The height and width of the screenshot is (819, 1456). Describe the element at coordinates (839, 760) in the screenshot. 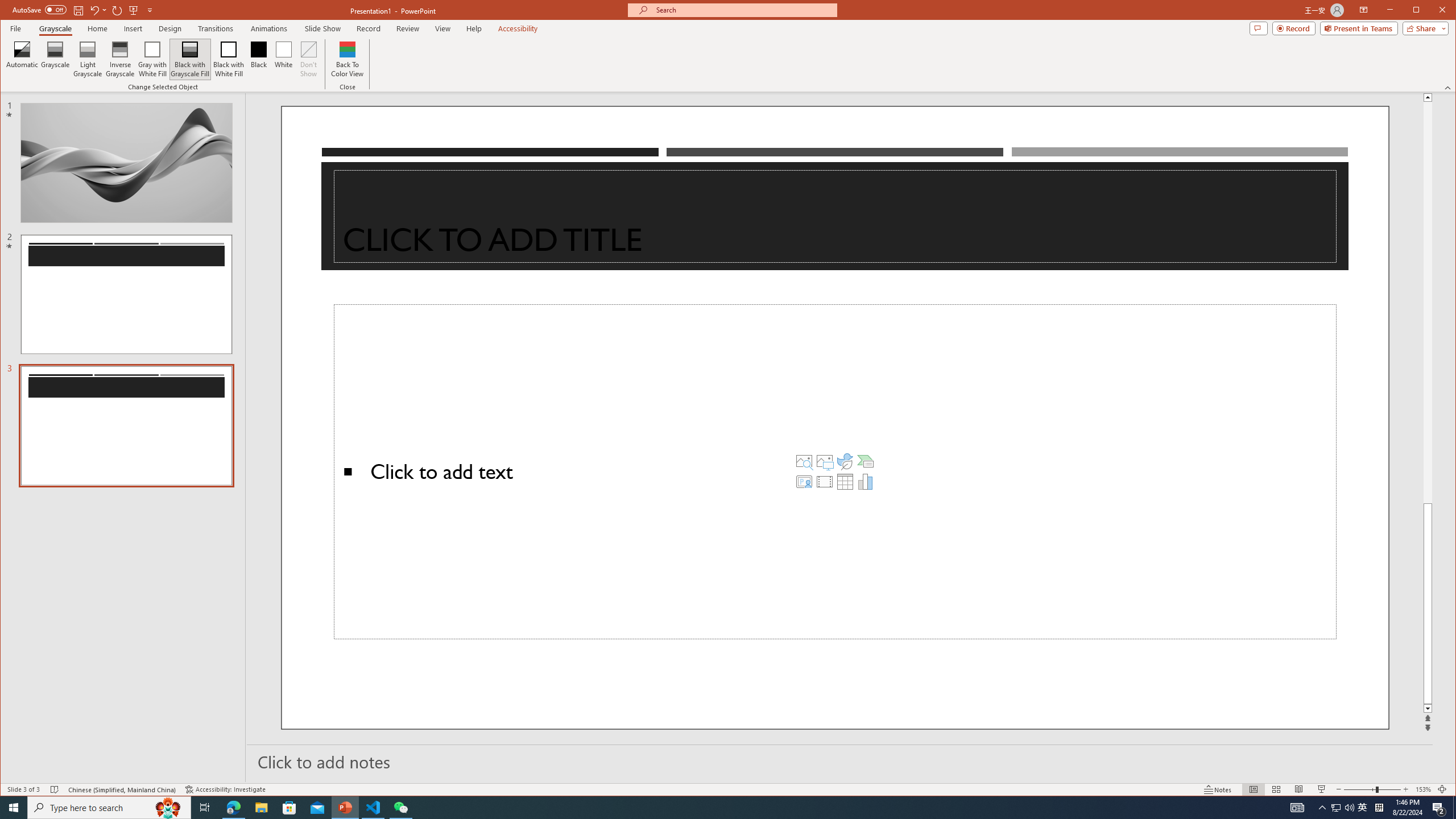

I see `'Slide Notes'` at that location.